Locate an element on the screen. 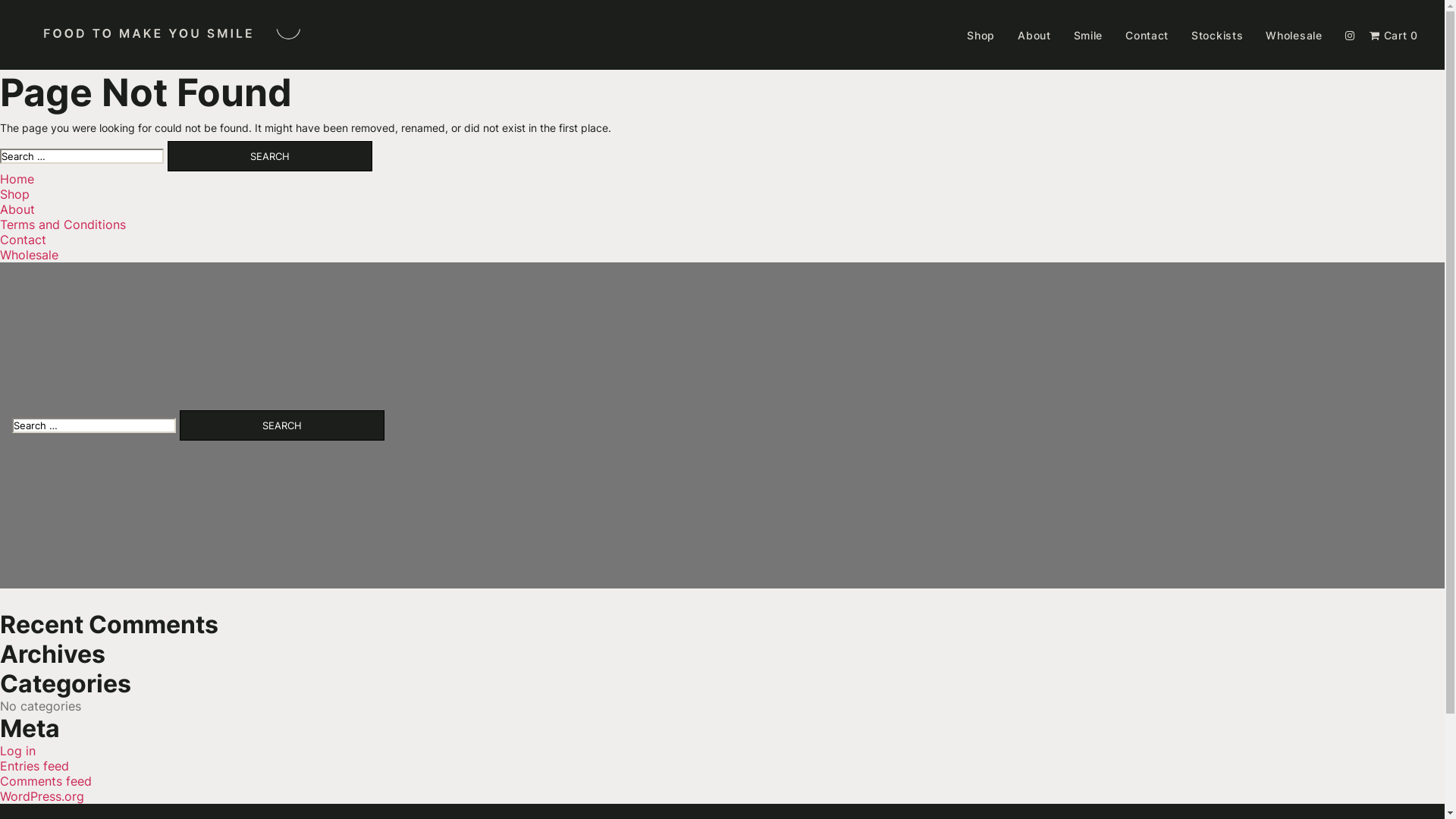 The image size is (1456, 819). 'Contact' is located at coordinates (23, 239).